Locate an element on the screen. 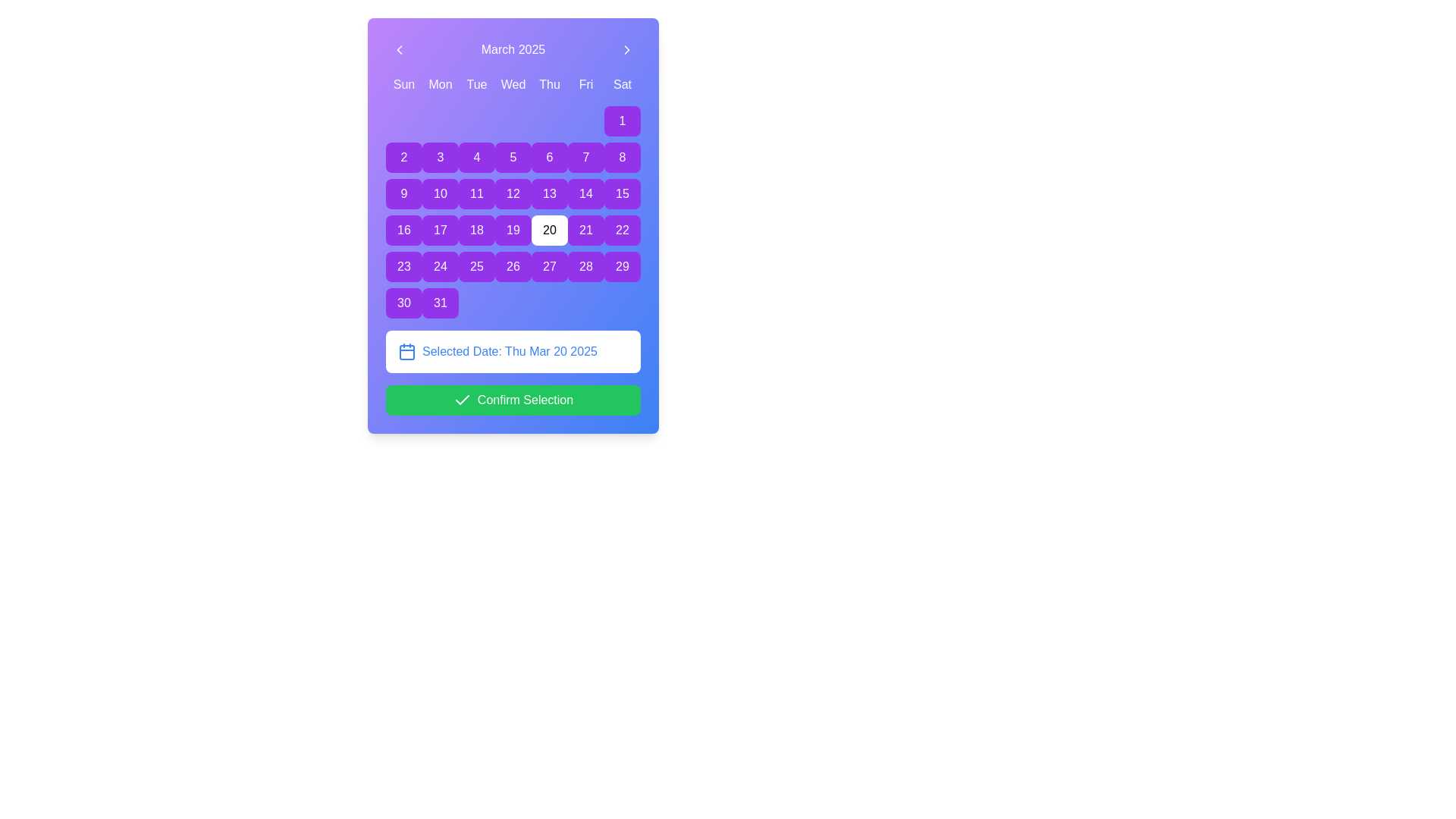  the button labeled '2' in the calendar interface is located at coordinates (403, 158).